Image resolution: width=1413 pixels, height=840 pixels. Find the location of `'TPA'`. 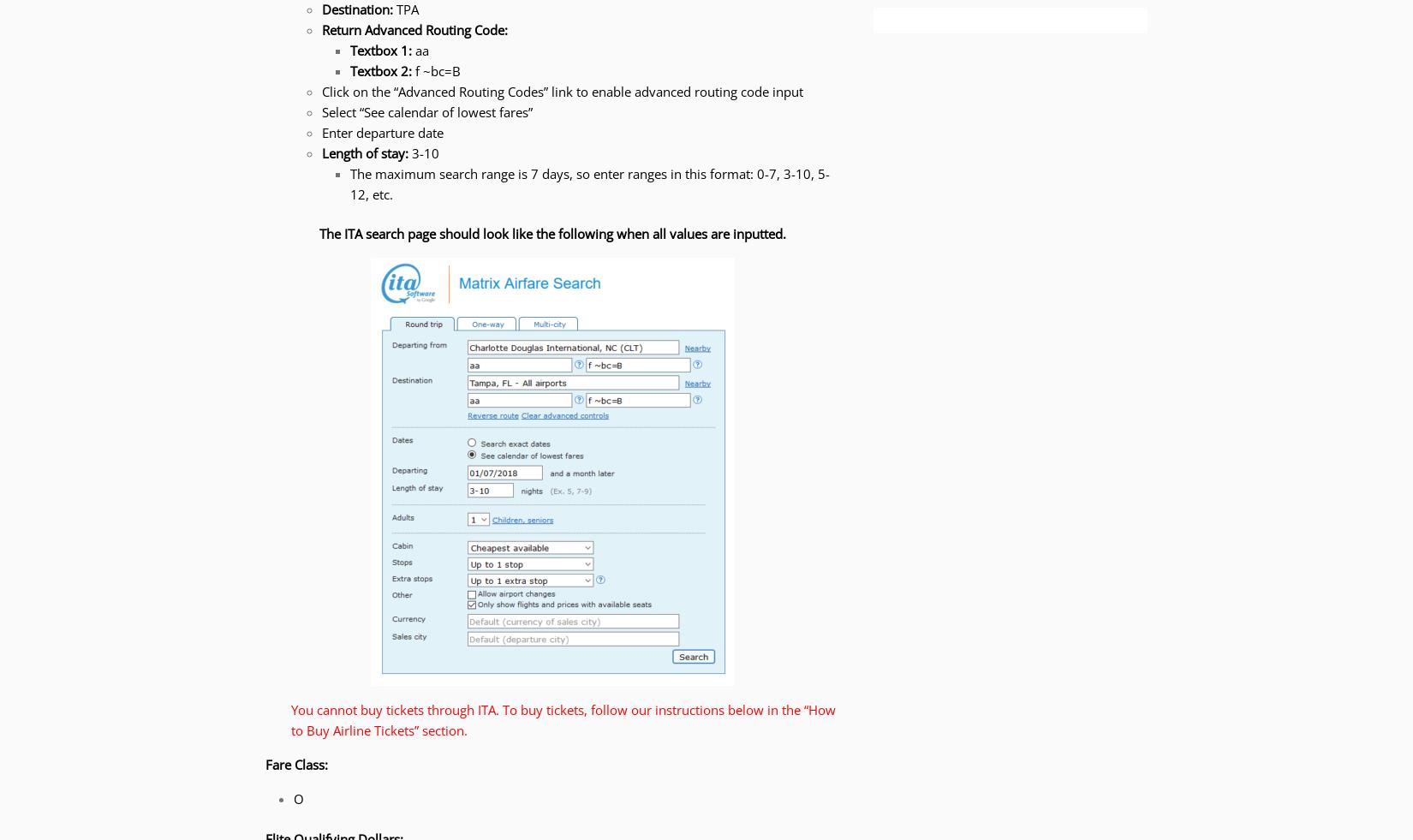

'TPA' is located at coordinates (405, 8).